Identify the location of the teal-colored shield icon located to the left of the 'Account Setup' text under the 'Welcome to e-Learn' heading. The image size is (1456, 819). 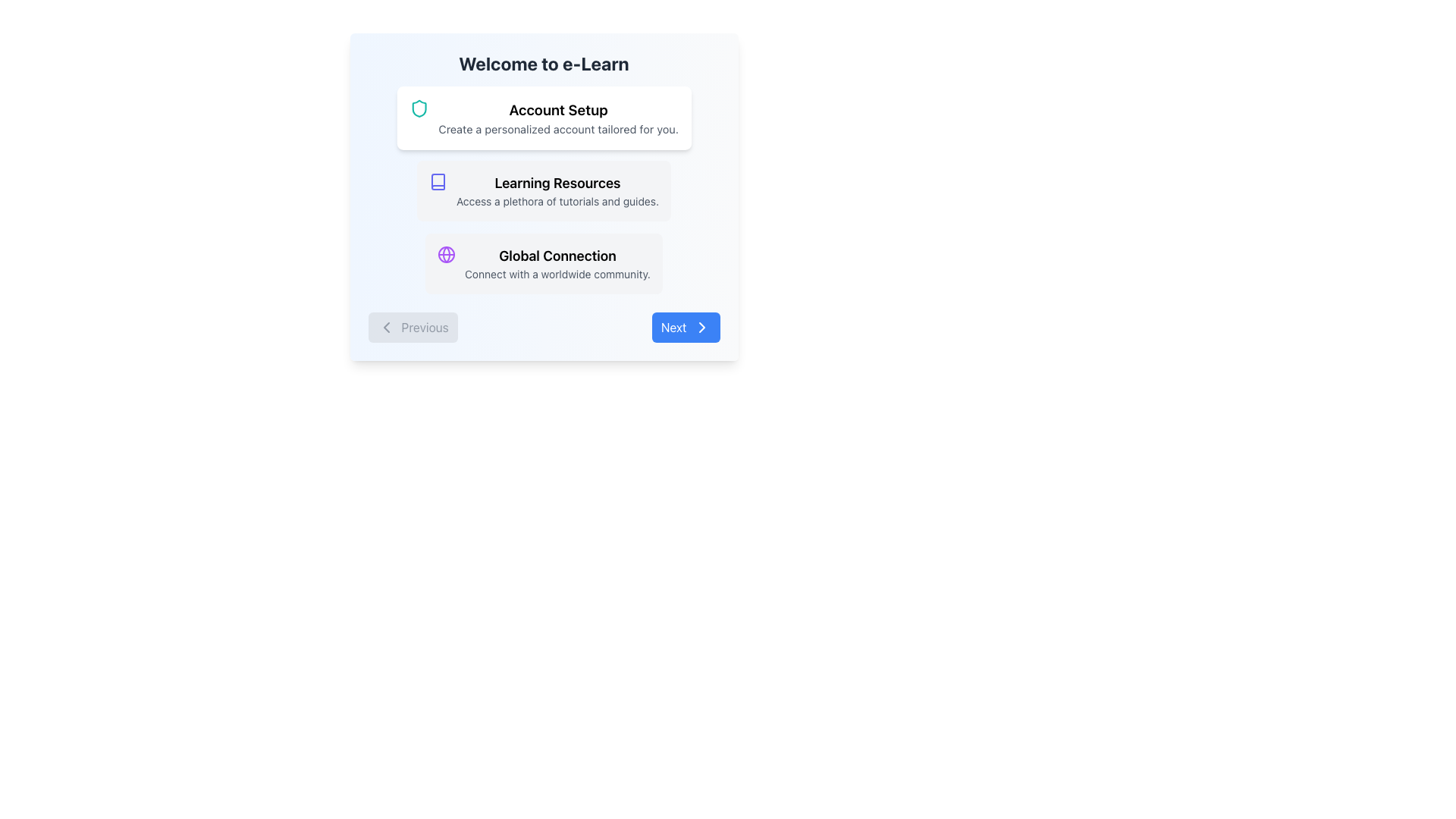
(419, 108).